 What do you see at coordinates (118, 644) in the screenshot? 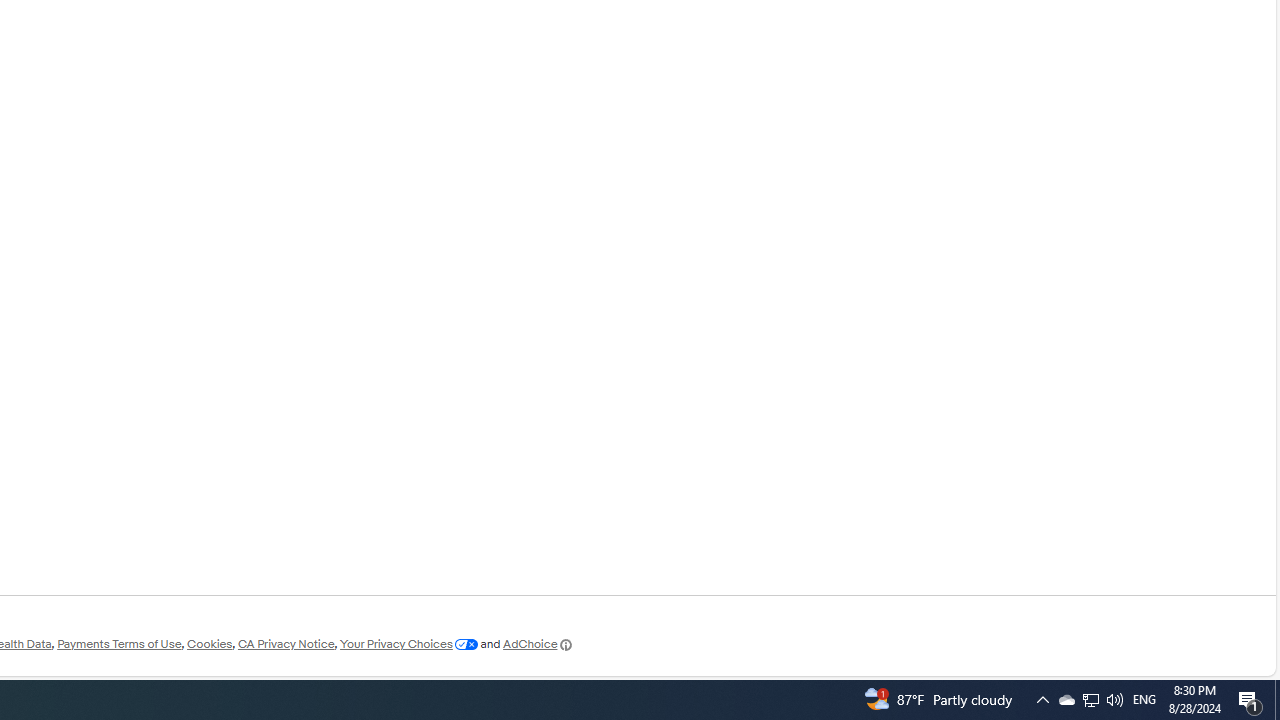
I see `'Payments Terms of Use'` at bounding box center [118, 644].